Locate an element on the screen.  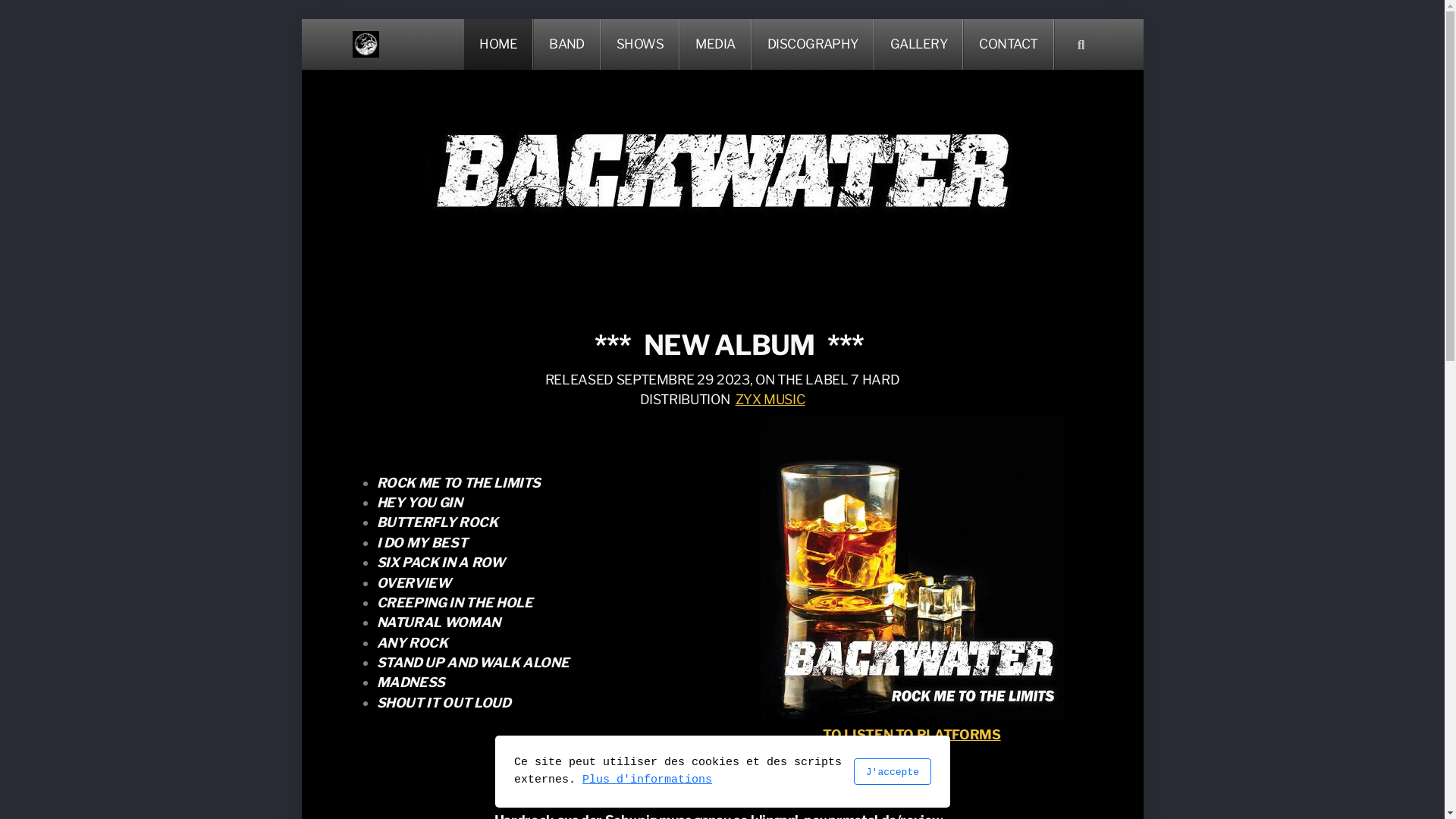
'GALLERY' is located at coordinates (918, 43).